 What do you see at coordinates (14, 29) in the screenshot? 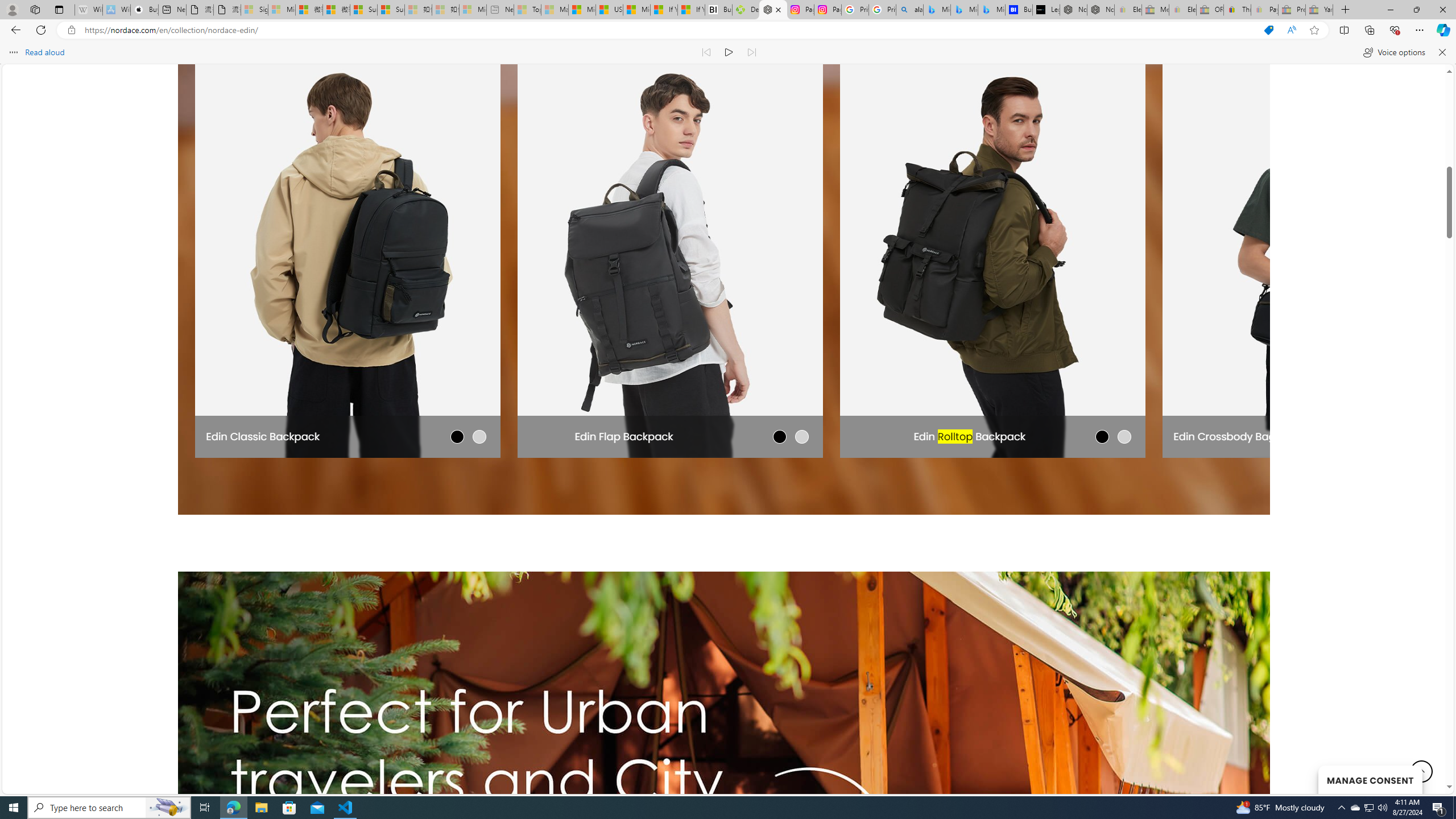
I see `'Back'` at bounding box center [14, 29].